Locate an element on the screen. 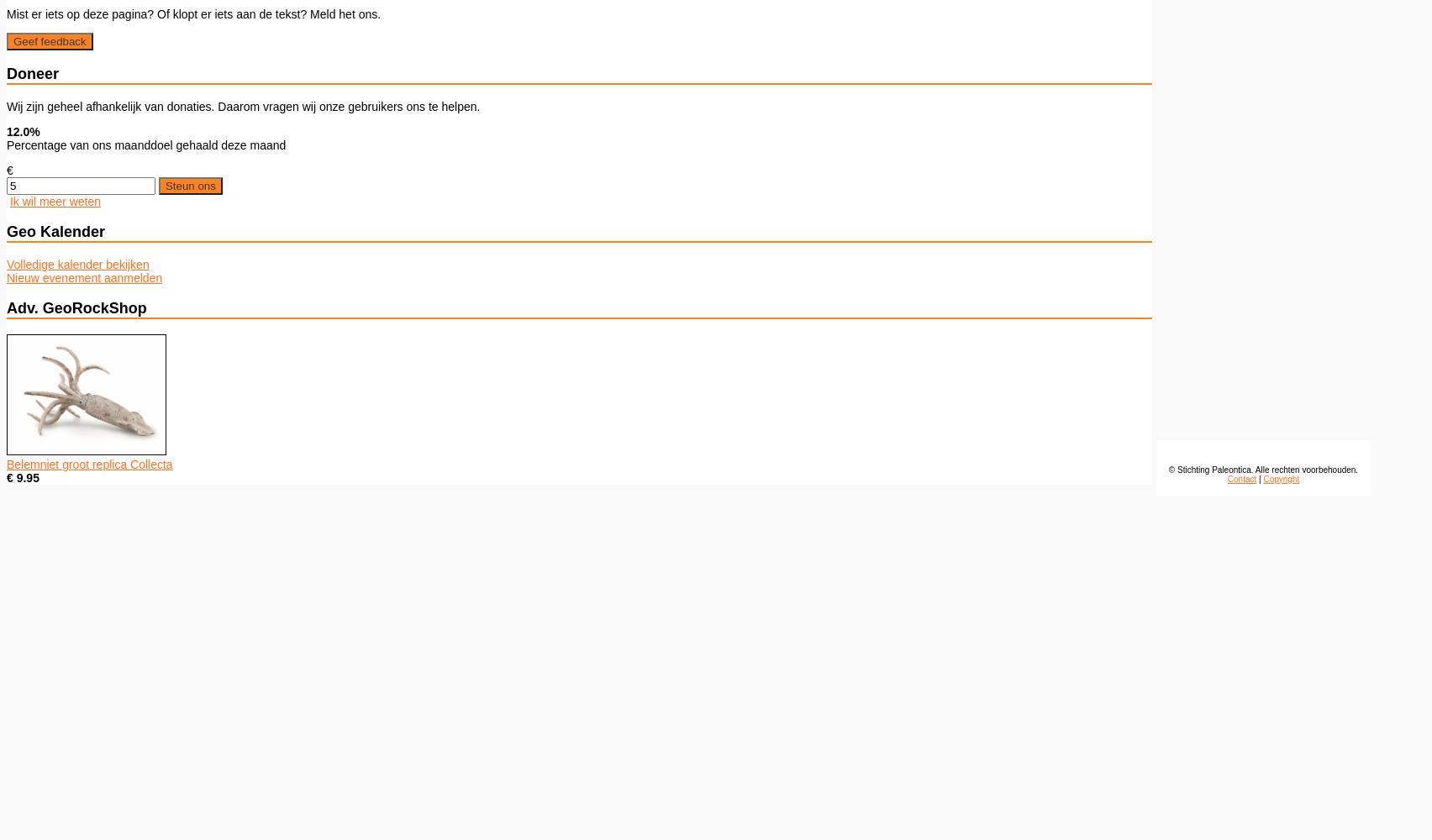 The height and width of the screenshot is (840, 1432). 'Mist er iets op deze pagina? Of klopt er iets aan de tekst? Meld het ons.' is located at coordinates (192, 13).